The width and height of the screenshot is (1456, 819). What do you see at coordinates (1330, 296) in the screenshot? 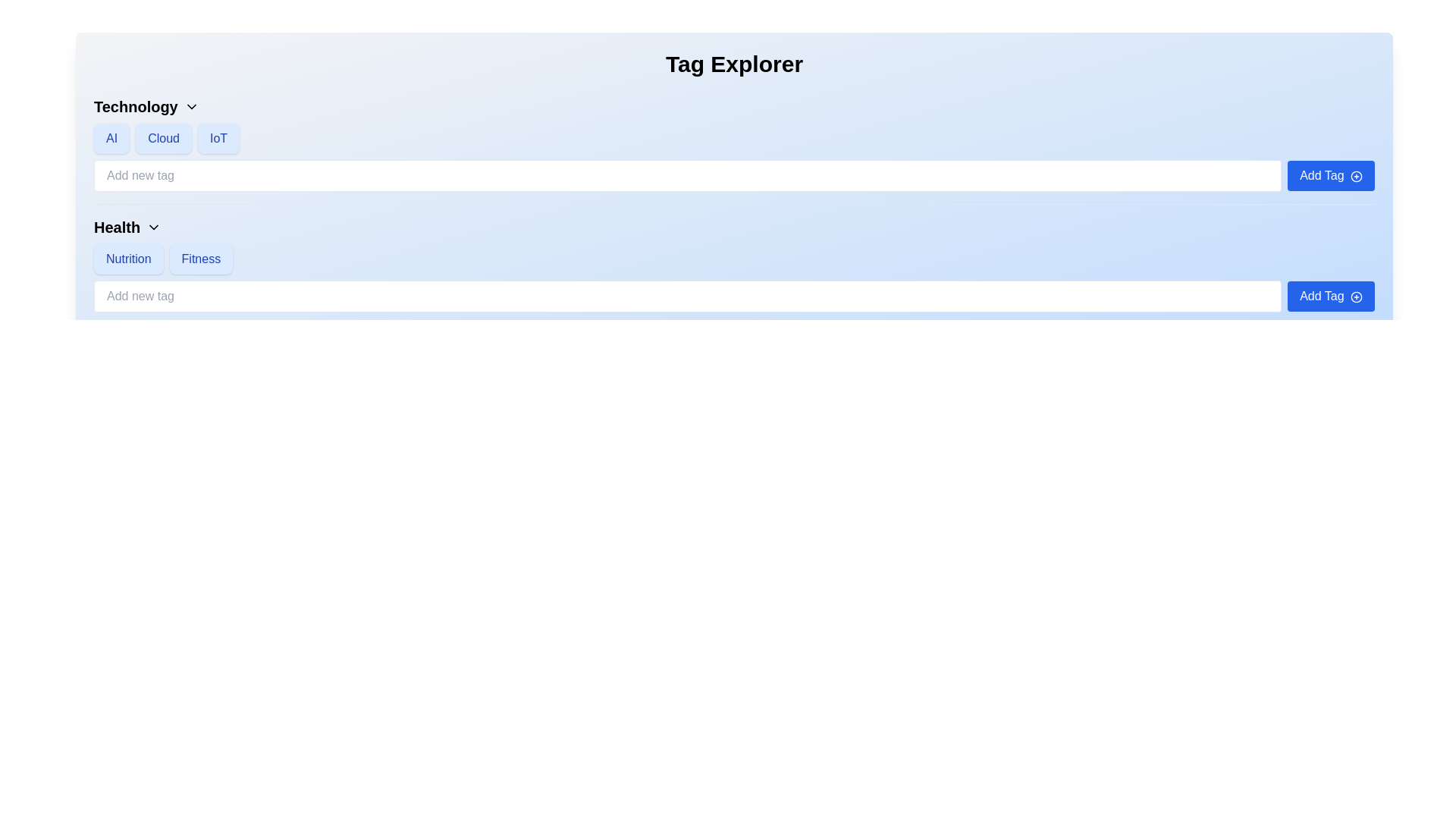
I see `the button located at the far right of the input field` at bounding box center [1330, 296].